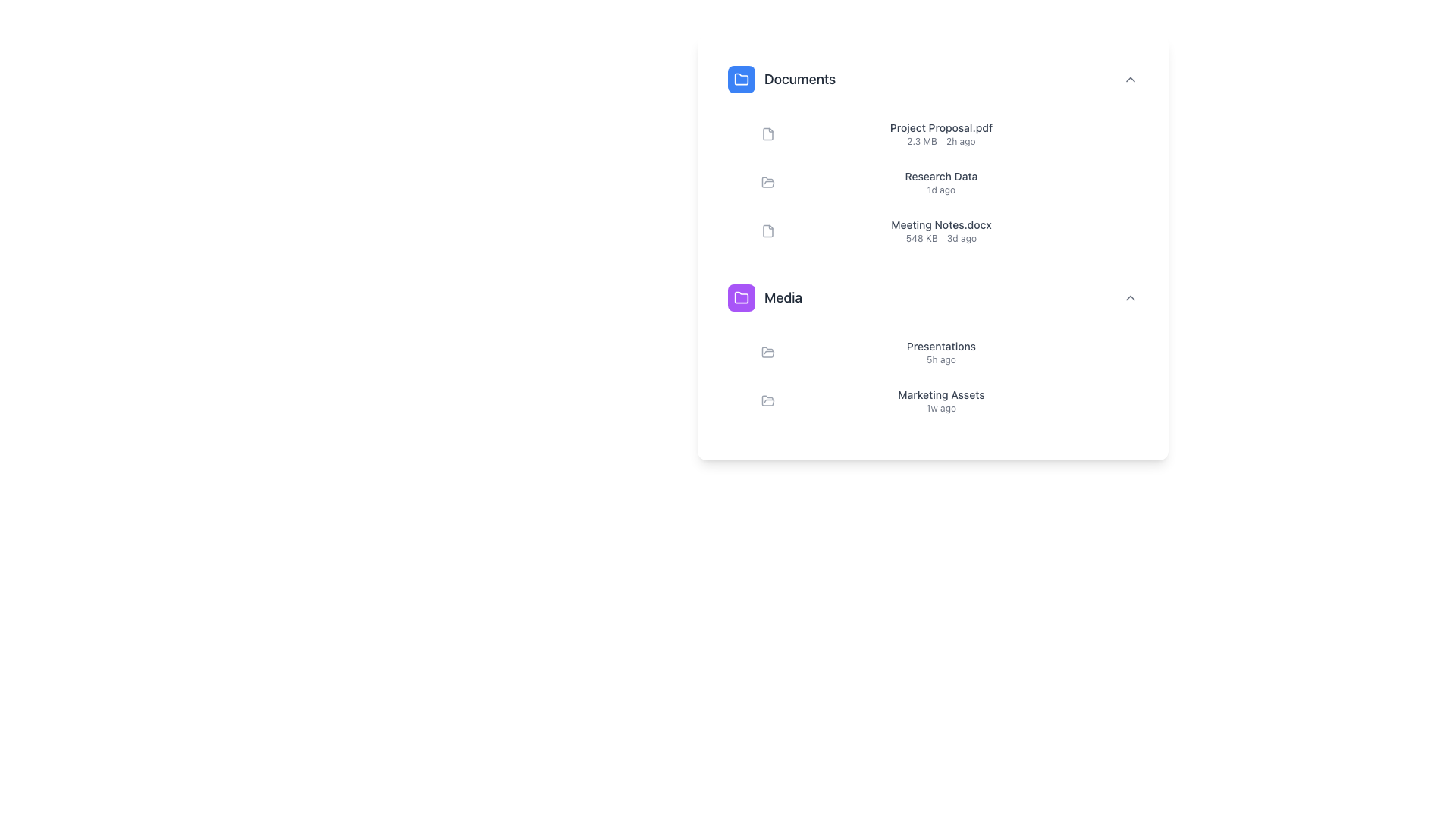 The height and width of the screenshot is (819, 1456). Describe the element at coordinates (940, 133) in the screenshot. I see `the static text element displaying the file information 'Project Proposal.pdf' located in the 'Documents' section, which is the second item in the file list` at that location.